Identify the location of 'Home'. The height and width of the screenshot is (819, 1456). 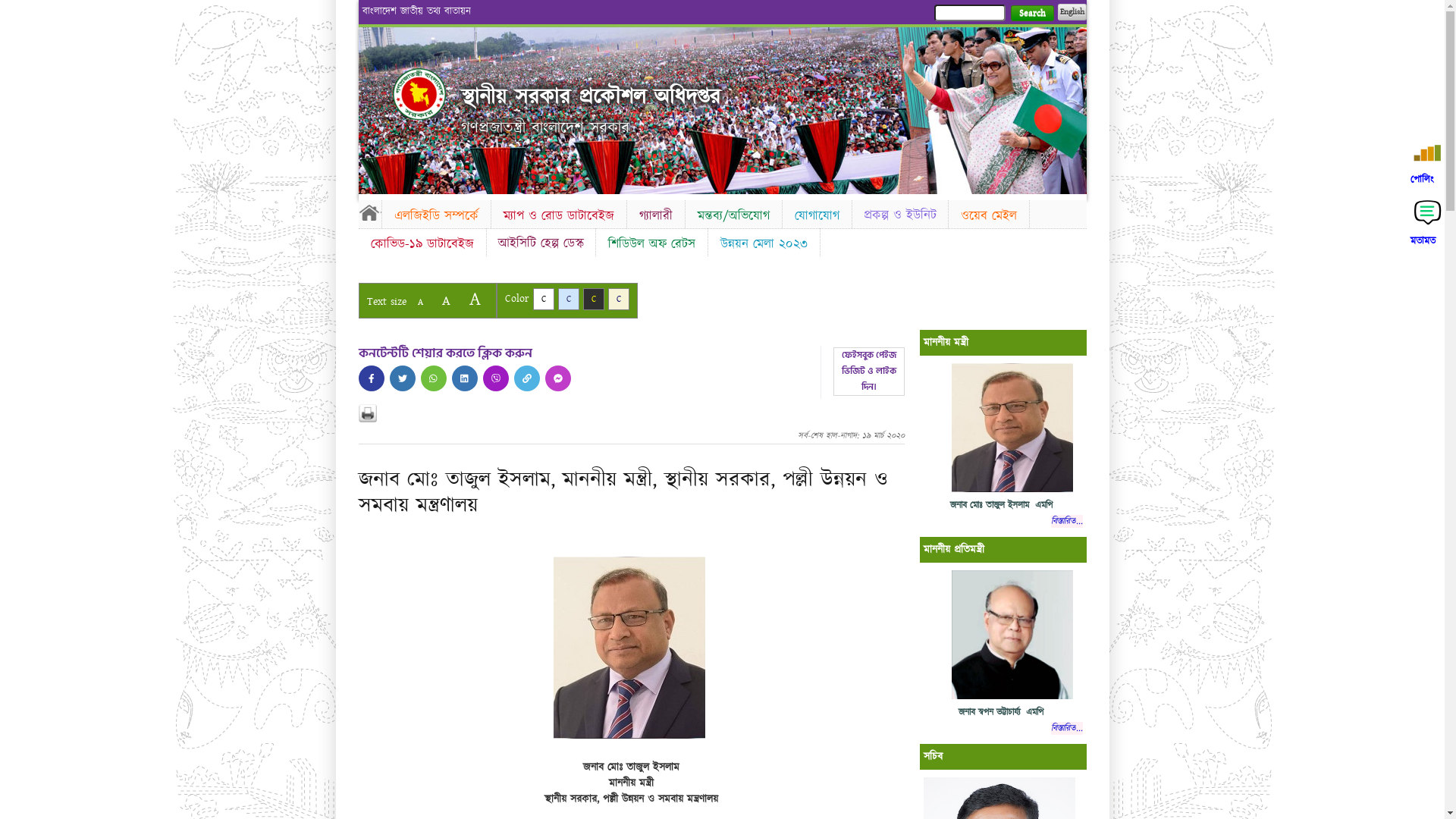
(369, 212).